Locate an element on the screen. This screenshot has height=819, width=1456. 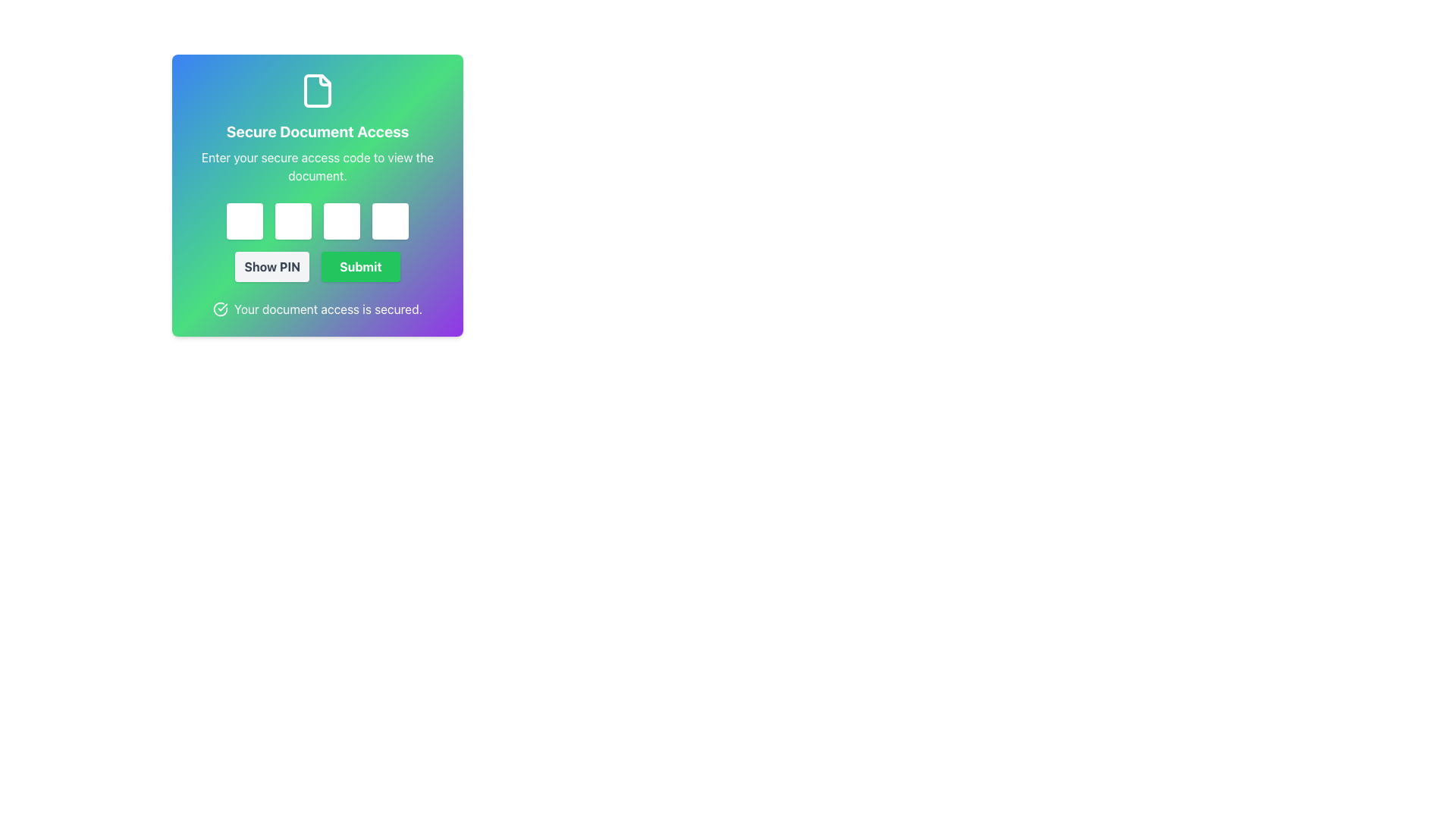
the Text Label (Heading) displaying 'Secure Document Access' in bold, extra-large white font, which is positioned beneath the document icon and above the instructional text is located at coordinates (316, 130).